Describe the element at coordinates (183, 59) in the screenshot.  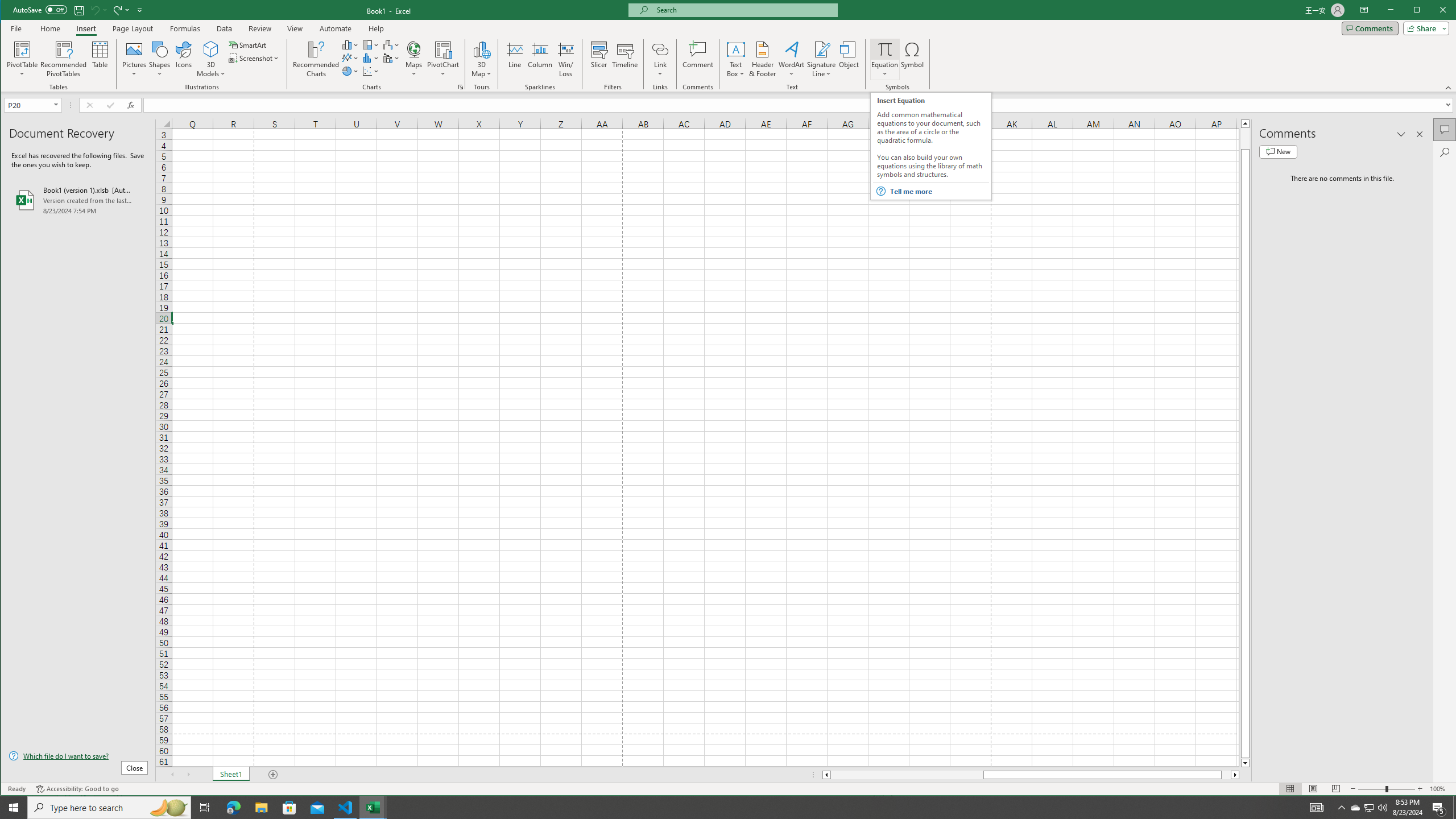
I see `'Icons'` at that location.